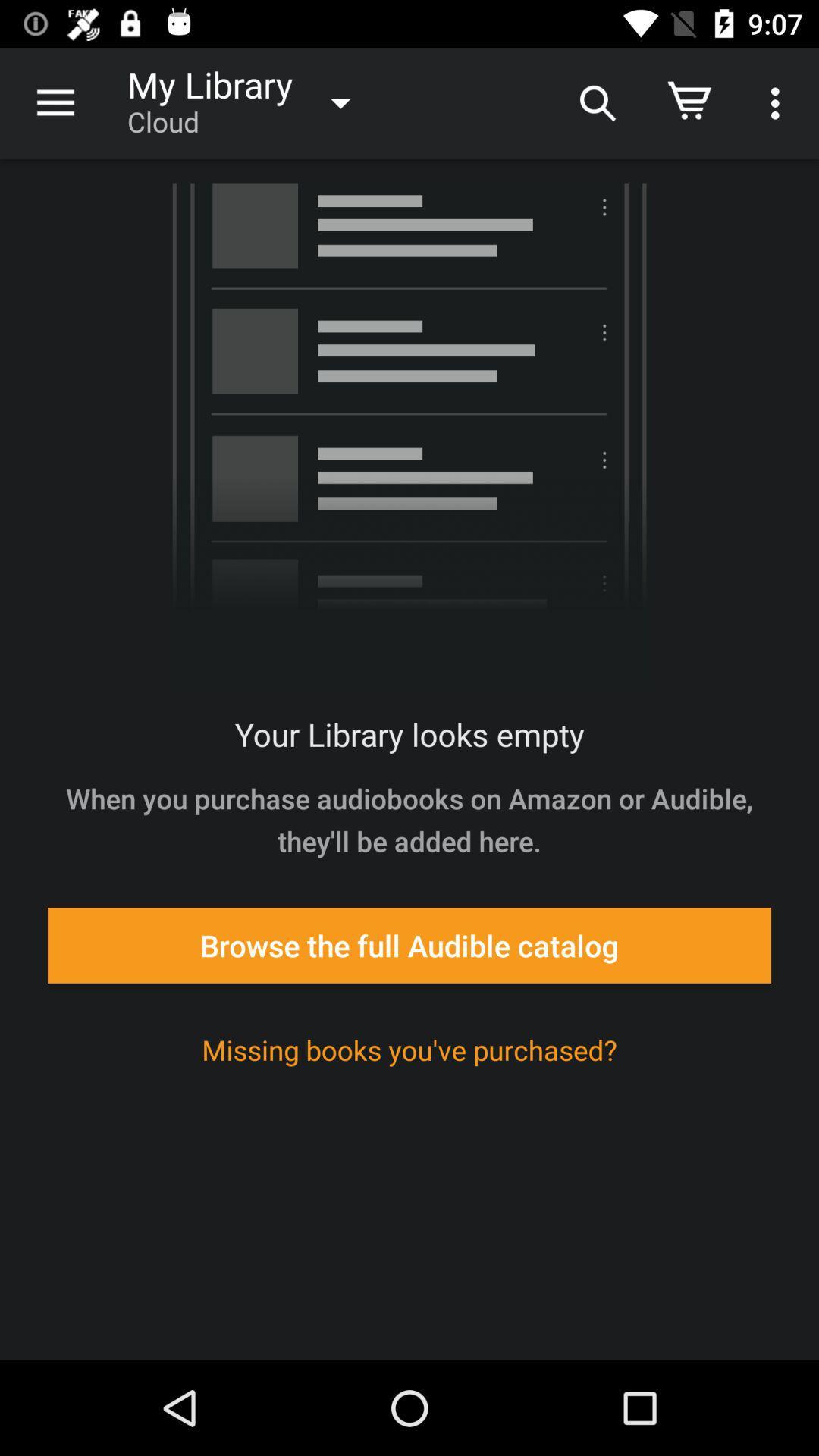 The width and height of the screenshot is (819, 1456). Describe the element at coordinates (409, 1049) in the screenshot. I see `icon below browse the full icon` at that location.